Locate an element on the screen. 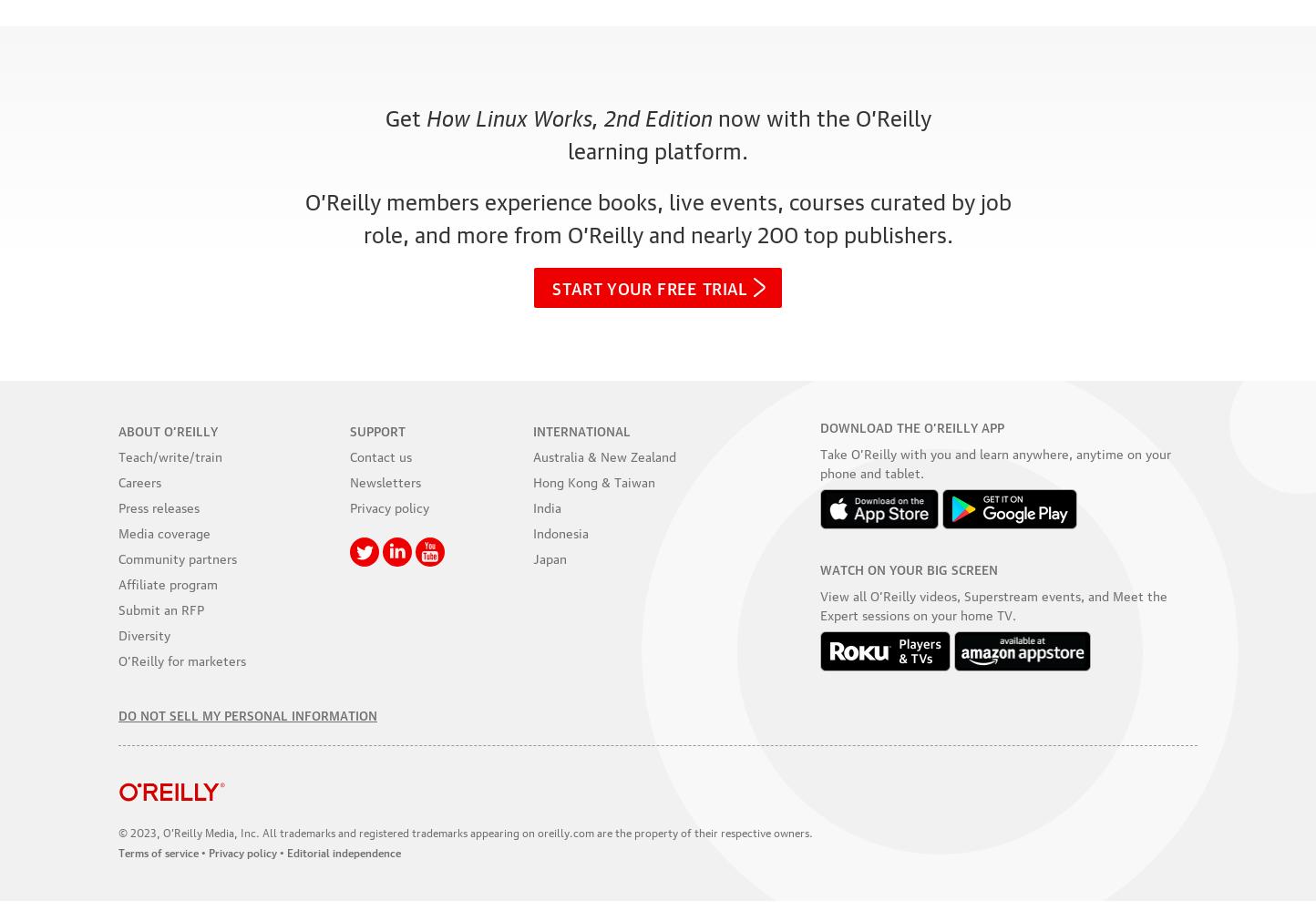  'O’Reilly members experience books, live events, courses curated by job role, and more from O’Reilly and' is located at coordinates (303, 216).